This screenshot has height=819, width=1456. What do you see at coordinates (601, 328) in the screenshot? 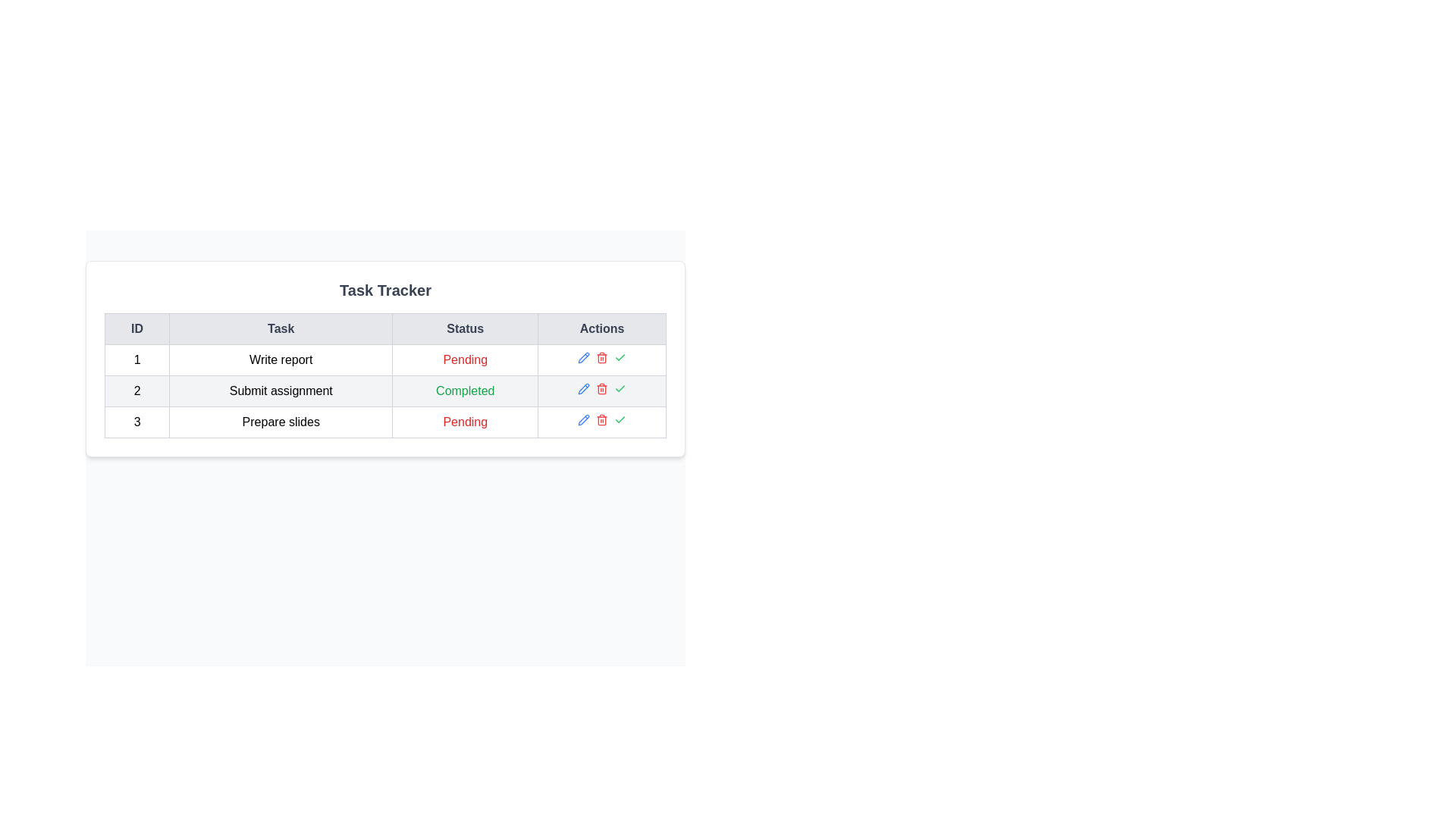
I see `the column header Actions to sort the tasks` at bounding box center [601, 328].